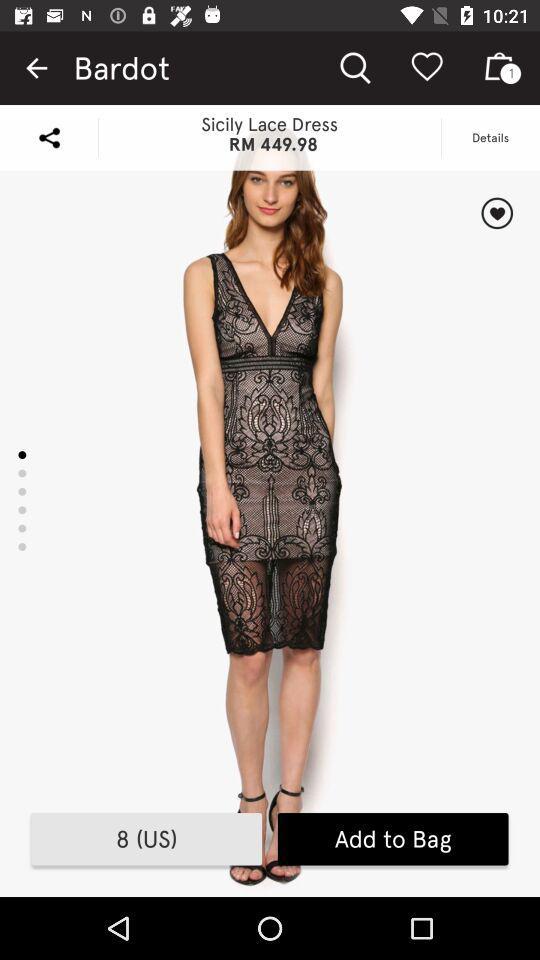 Image resolution: width=540 pixels, height=960 pixels. Describe the element at coordinates (49, 136) in the screenshot. I see `share` at that location.